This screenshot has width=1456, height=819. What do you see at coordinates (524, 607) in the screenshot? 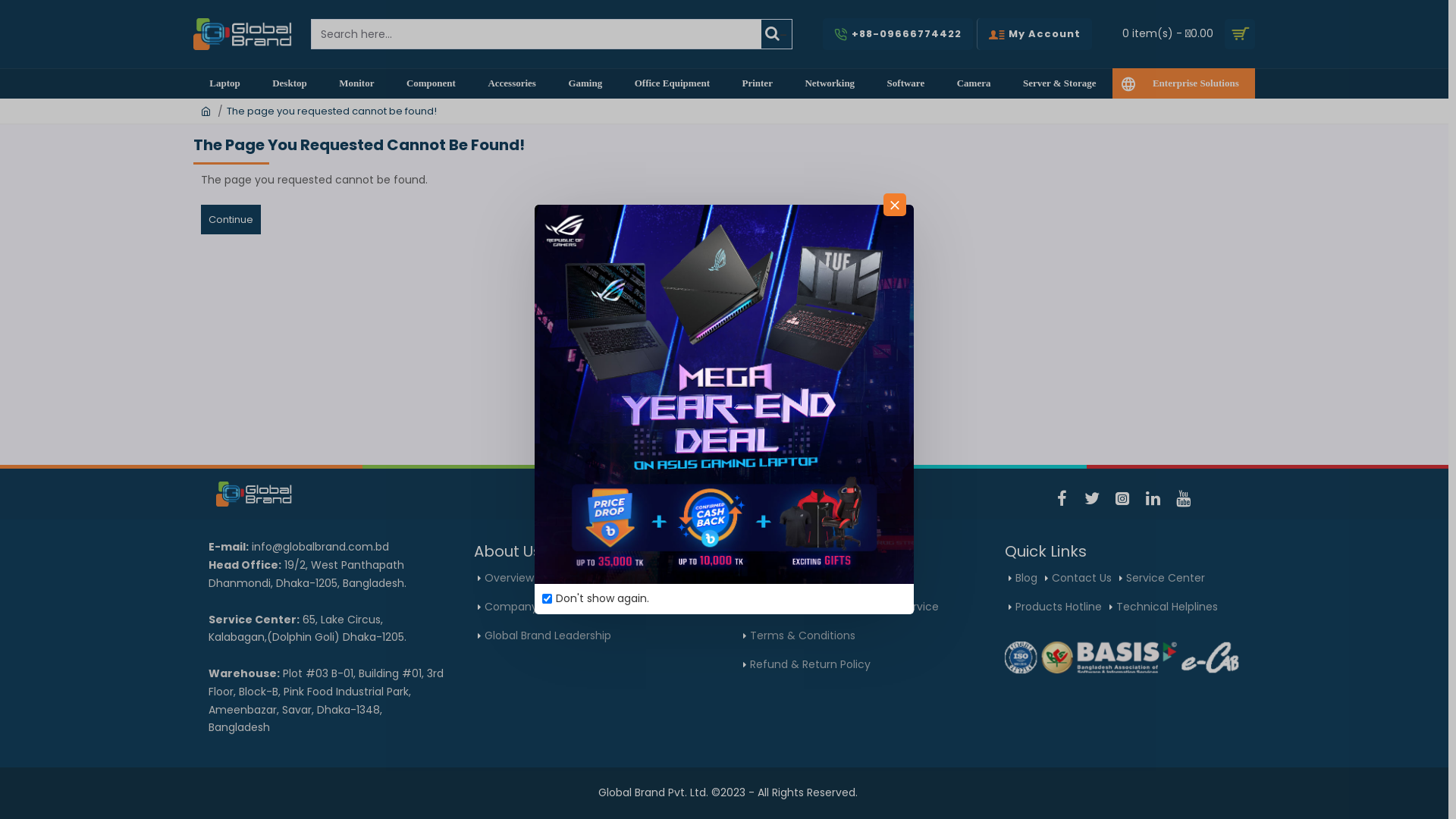
I see `'Company Policy'` at bounding box center [524, 607].